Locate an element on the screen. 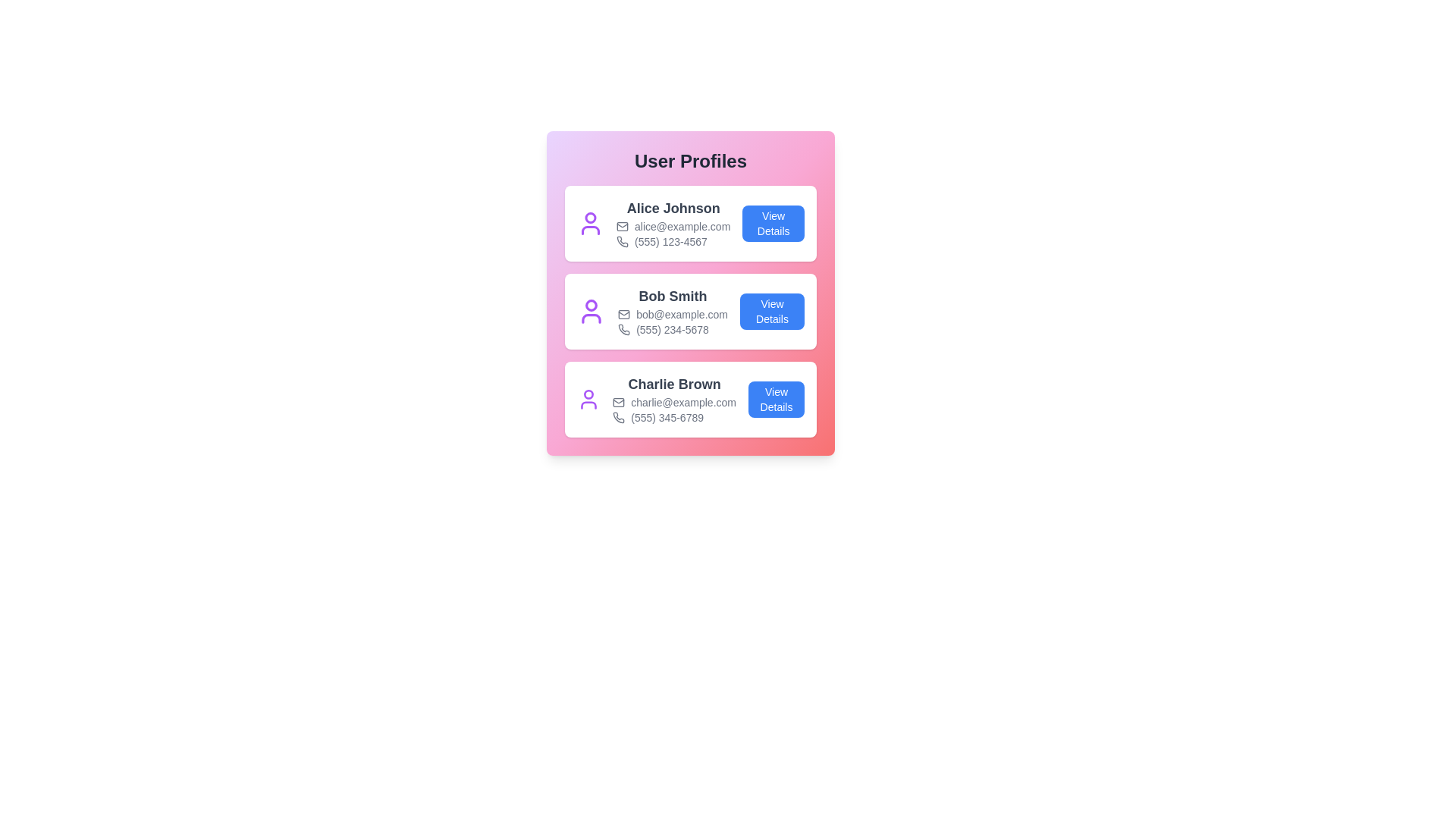 The image size is (1456, 819). 'View Details' button for the user profile of Bob Smith is located at coordinates (772, 311).